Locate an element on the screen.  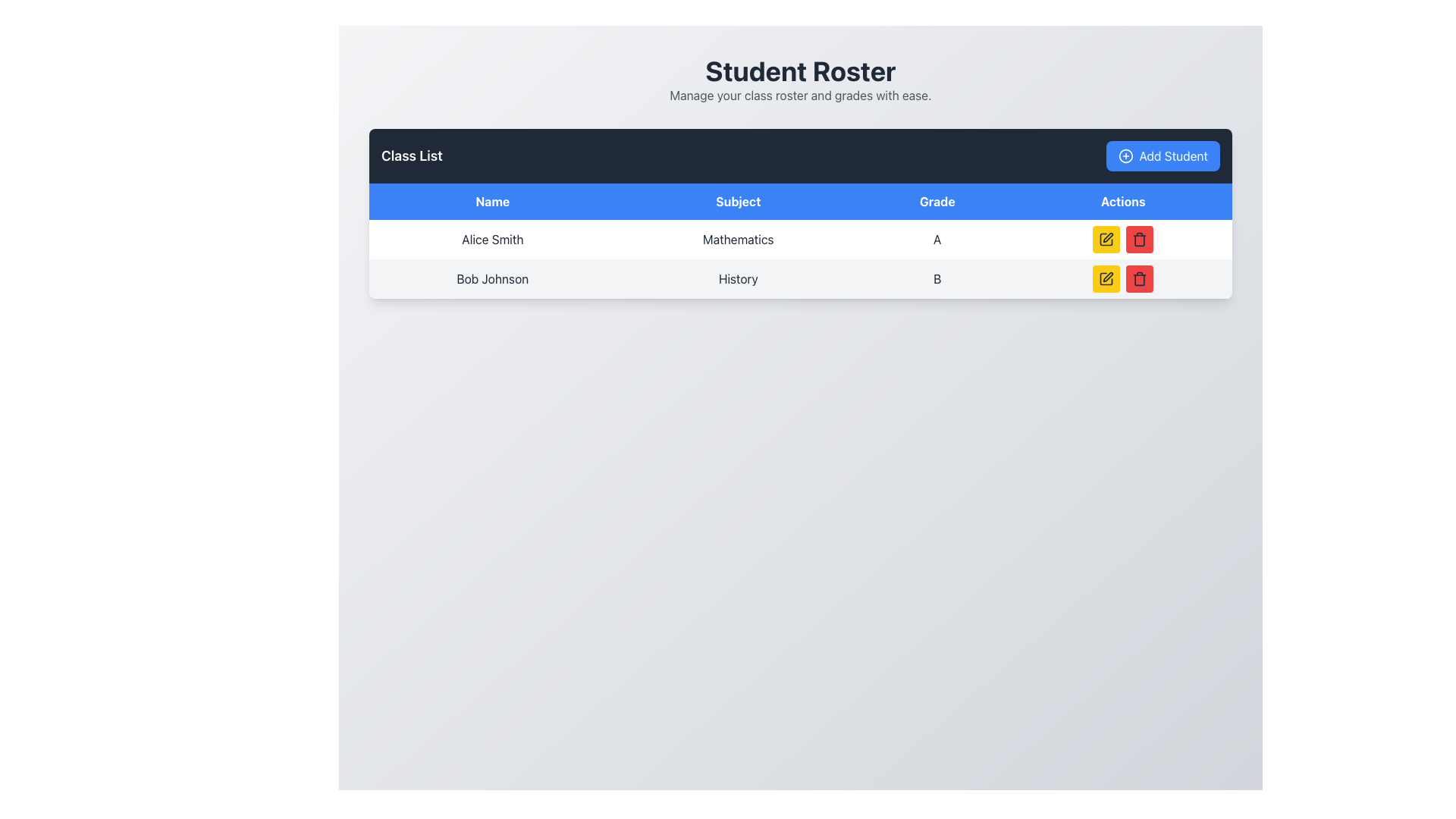
the static text label displaying 'Bob Johnson' in the 'Name' column of the 'Class List' table is located at coordinates (492, 278).